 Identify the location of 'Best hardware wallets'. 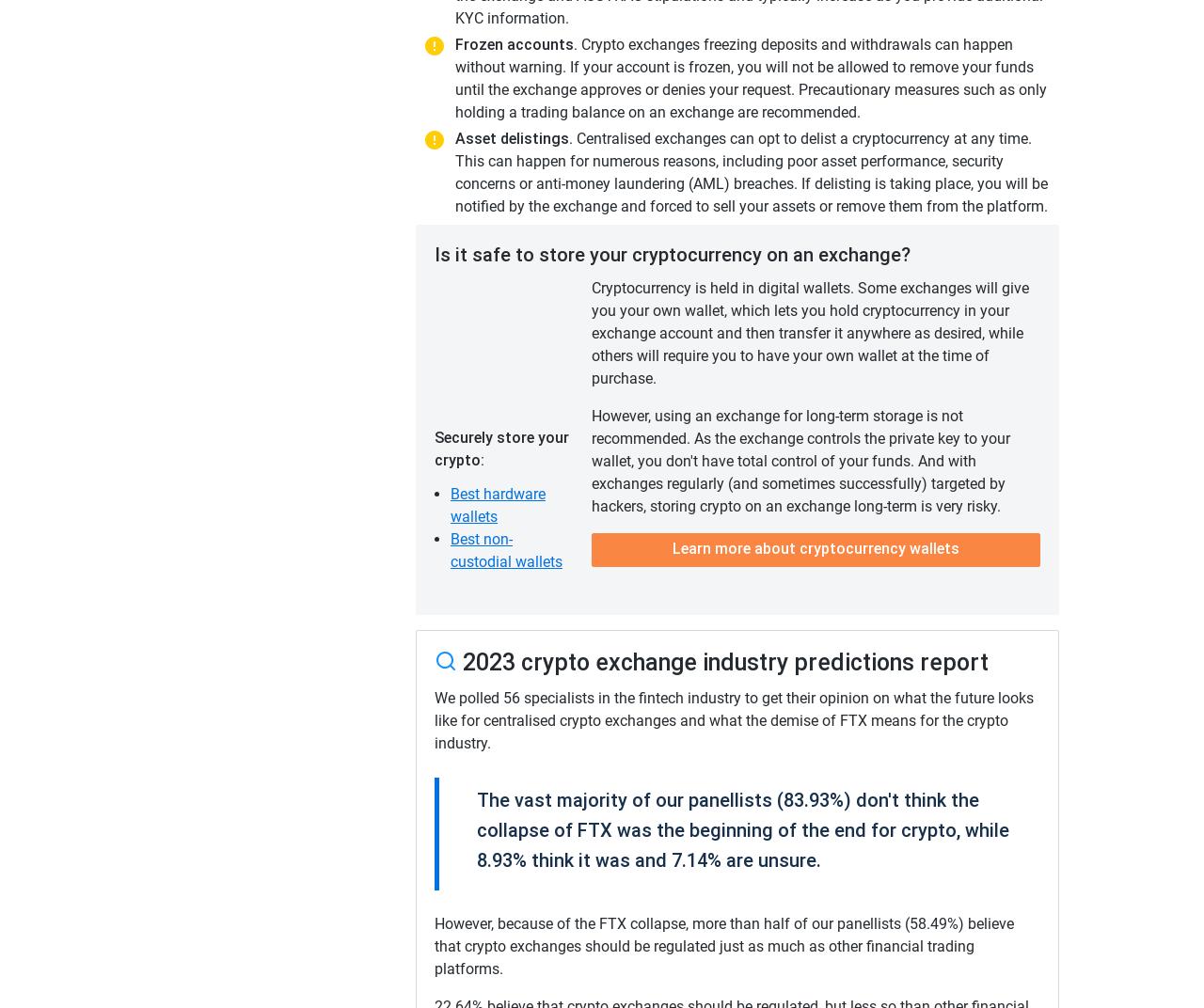
(498, 504).